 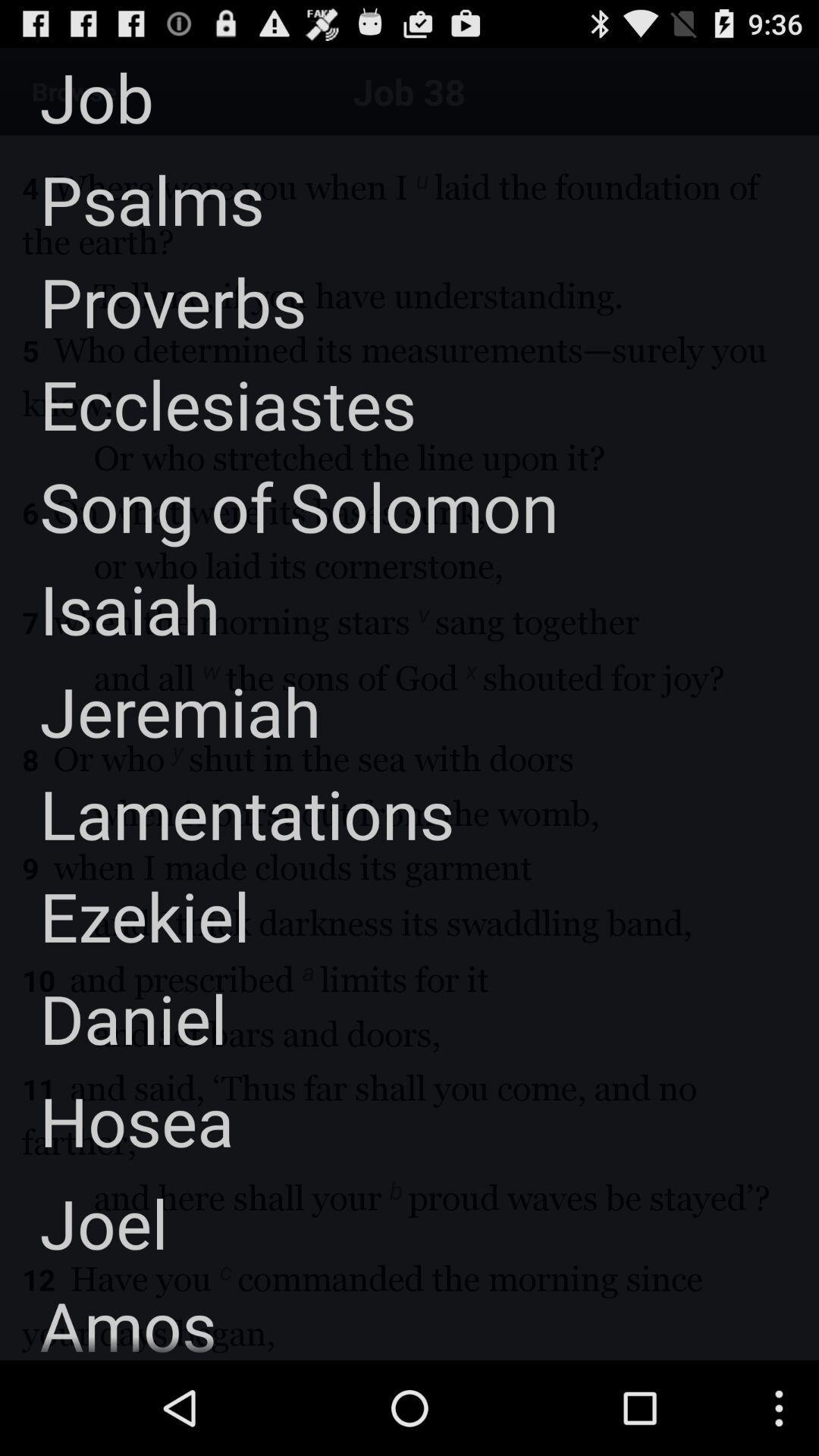 What do you see at coordinates (227, 812) in the screenshot?
I see `lamentations item` at bounding box center [227, 812].